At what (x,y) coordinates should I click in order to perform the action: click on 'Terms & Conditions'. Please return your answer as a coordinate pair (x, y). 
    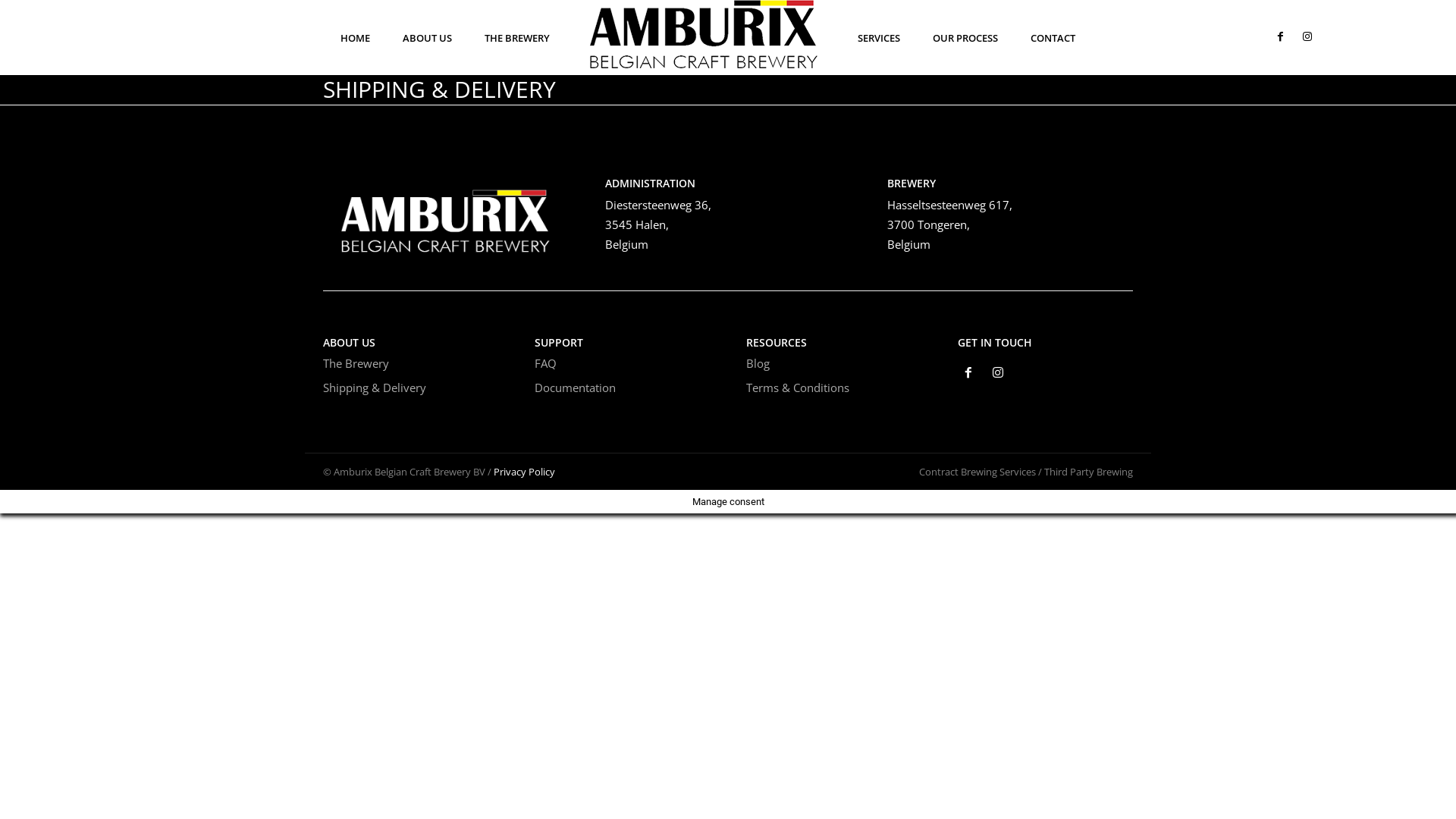
    Looking at the image, I should click on (796, 386).